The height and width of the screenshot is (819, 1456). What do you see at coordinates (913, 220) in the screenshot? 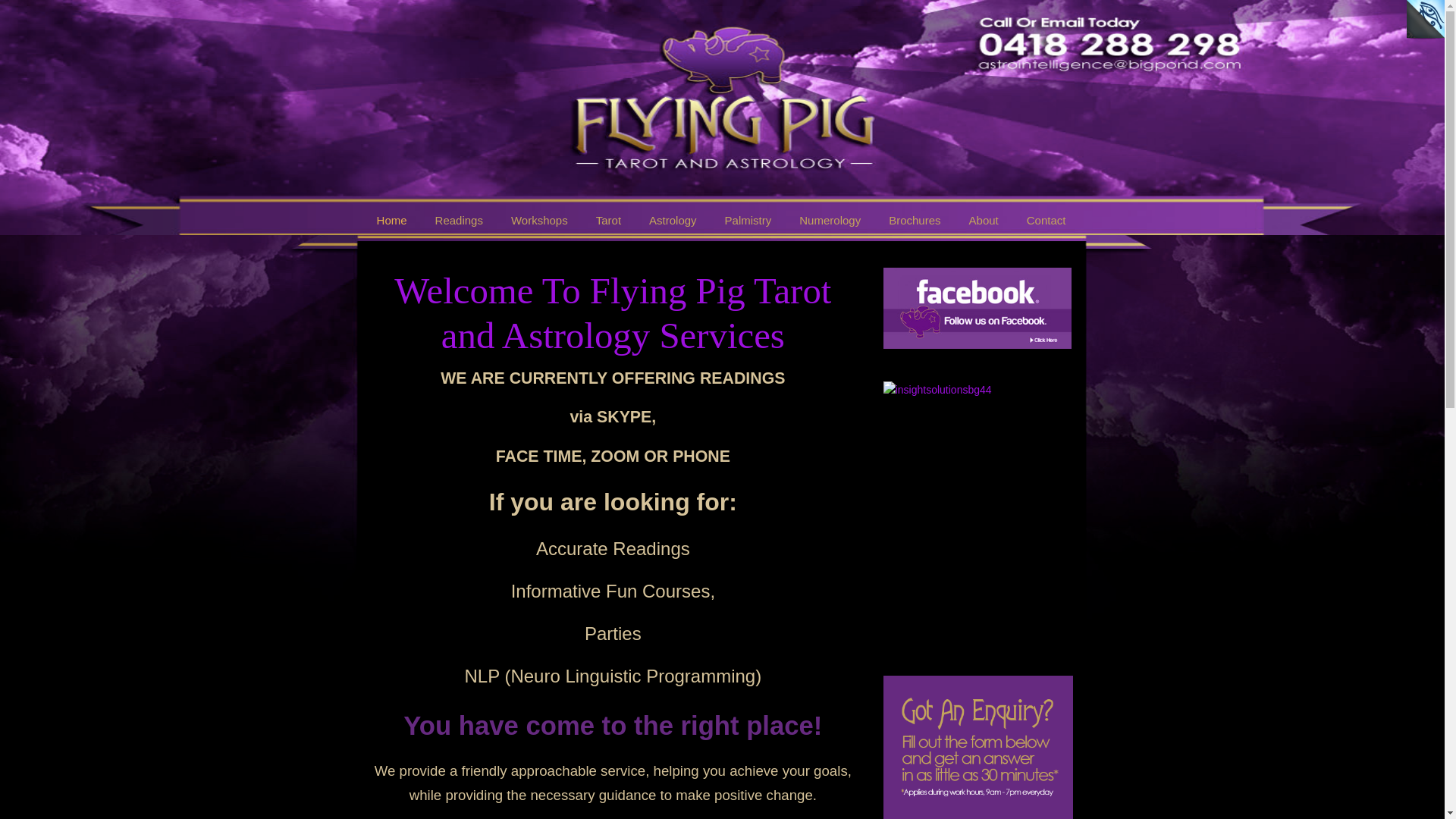
I see `'Brochures'` at bounding box center [913, 220].